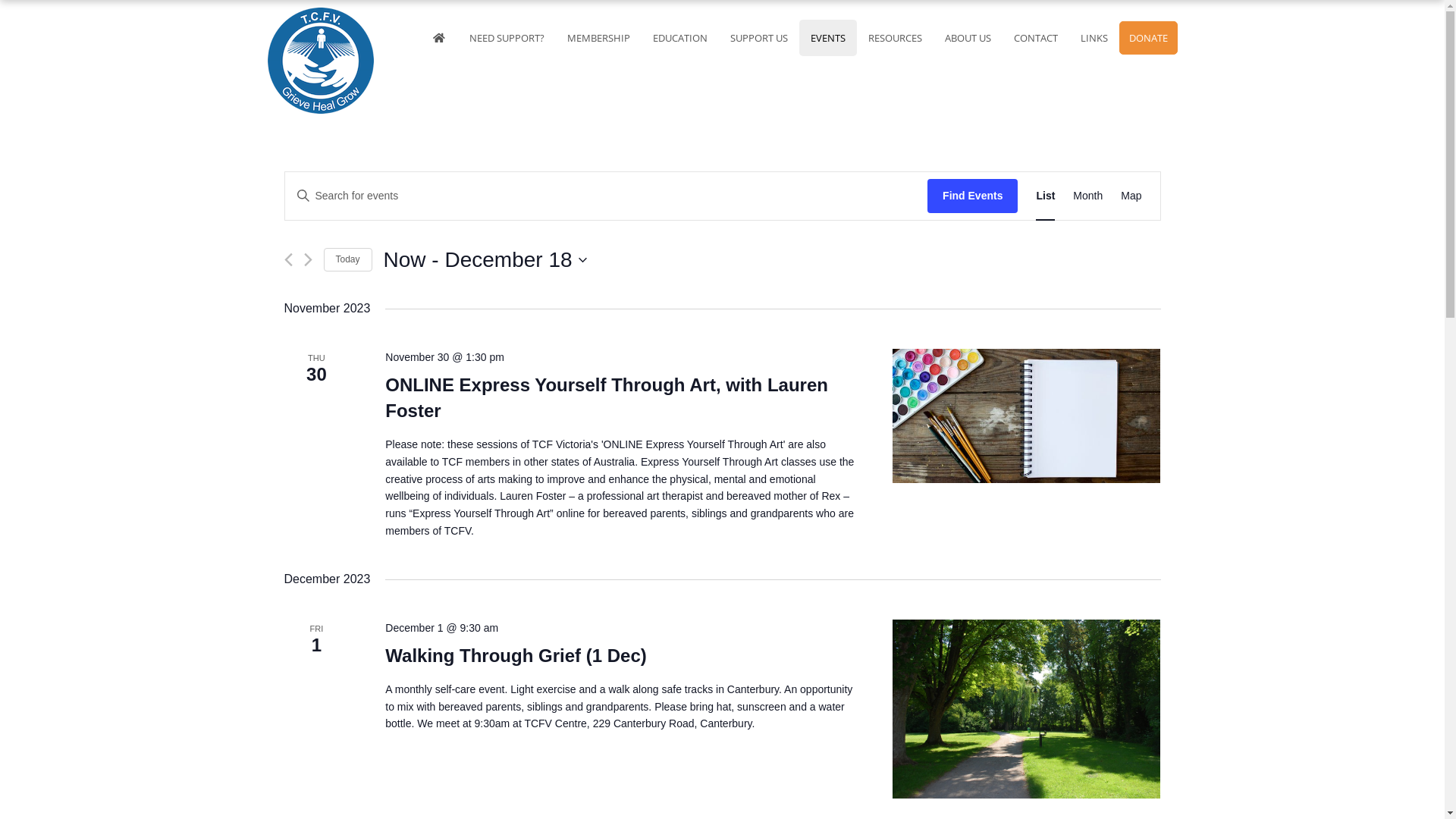  I want to click on 'Today', so click(322, 259).